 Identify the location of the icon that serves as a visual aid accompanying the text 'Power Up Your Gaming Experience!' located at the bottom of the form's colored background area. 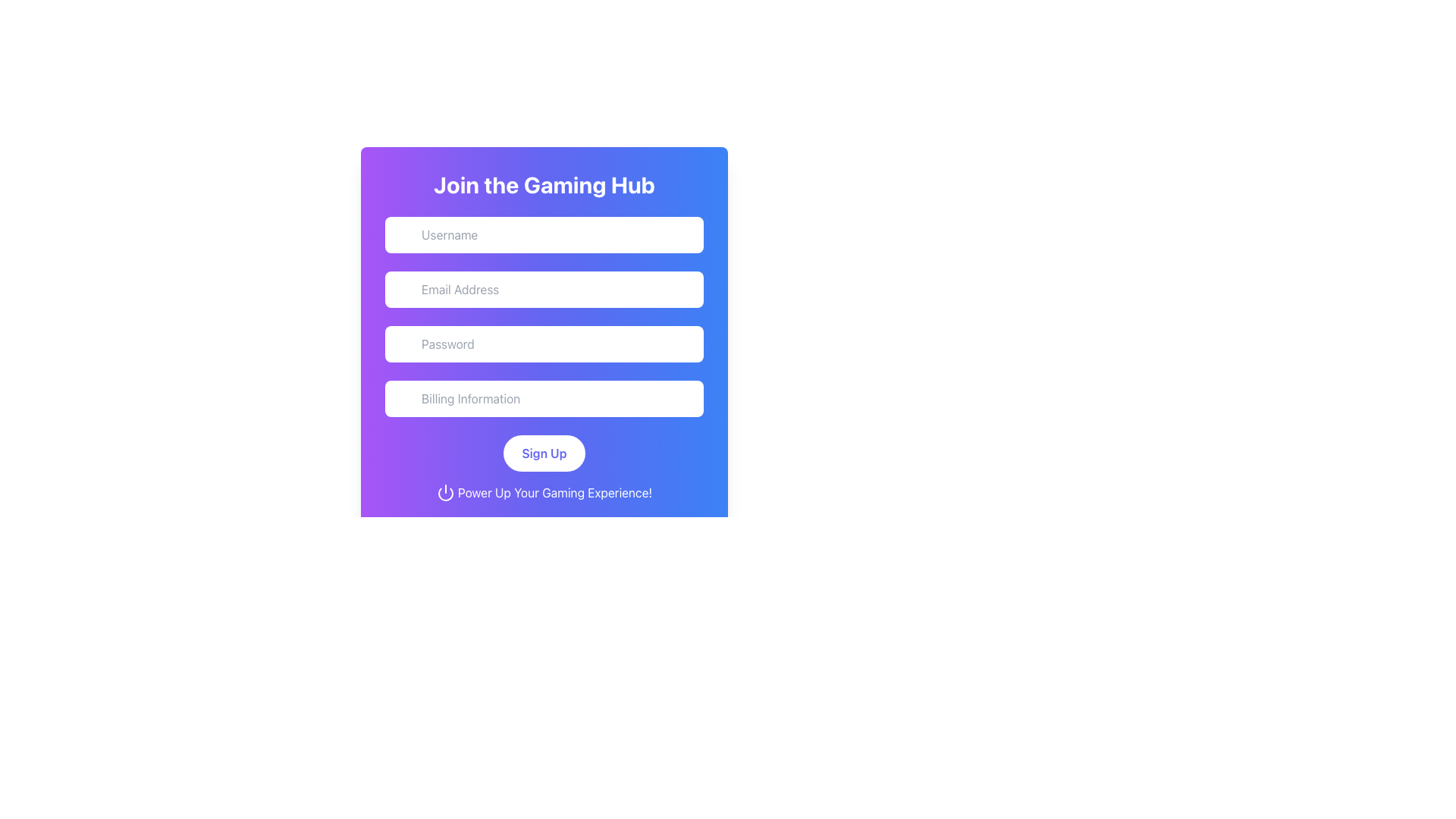
(444, 493).